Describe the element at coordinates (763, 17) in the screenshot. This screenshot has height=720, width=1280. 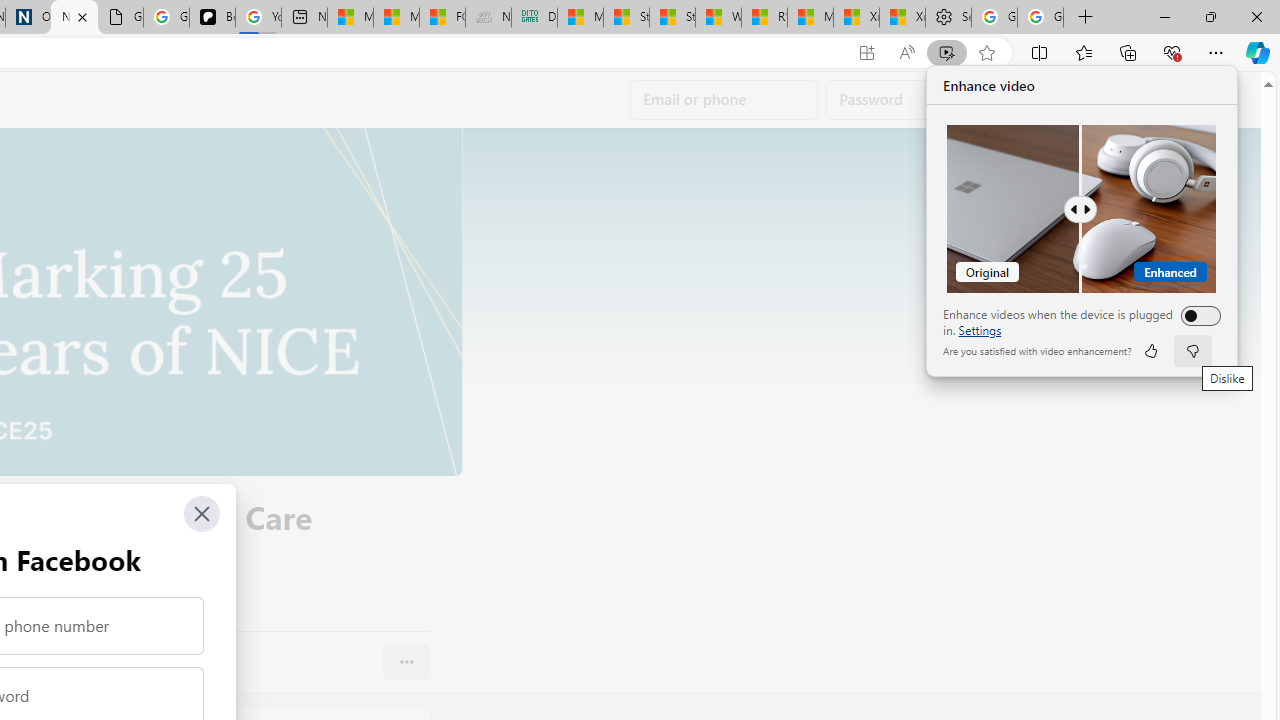
I see `'R******* | Trusted Community Engagement and Contributions'` at that location.